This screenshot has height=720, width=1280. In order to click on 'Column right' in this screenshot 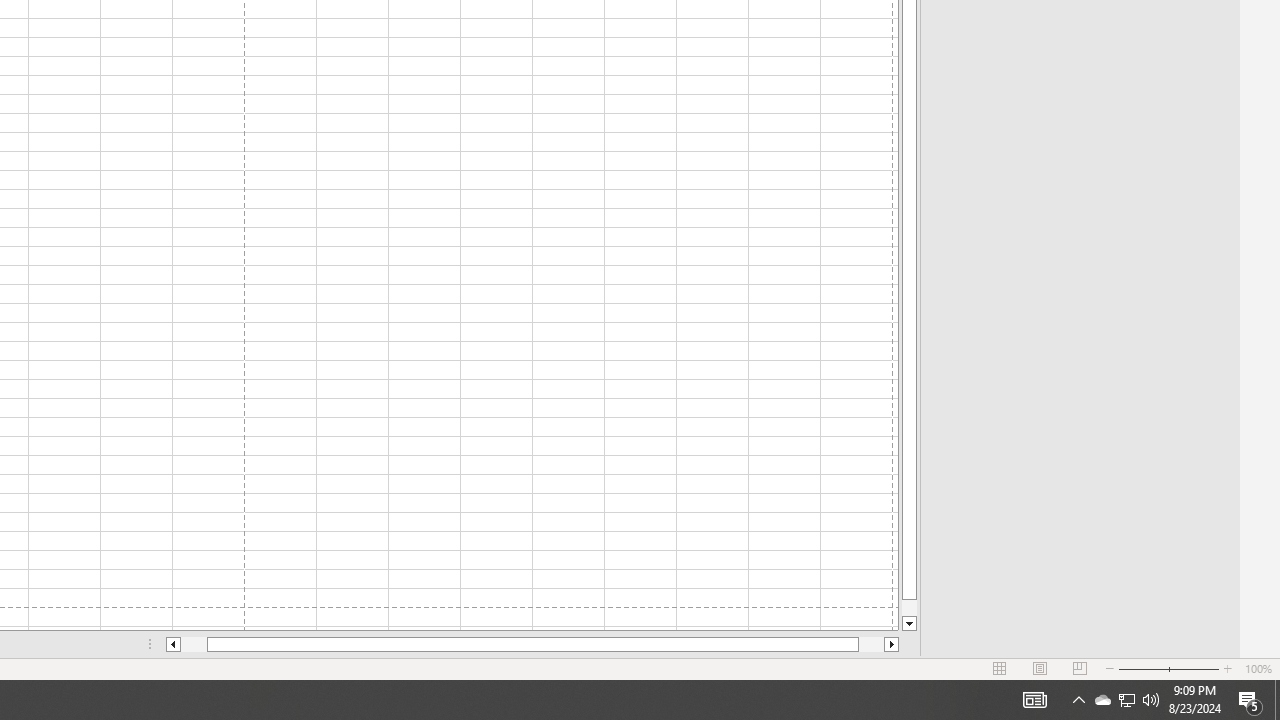, I will do `click(891, 644)`.